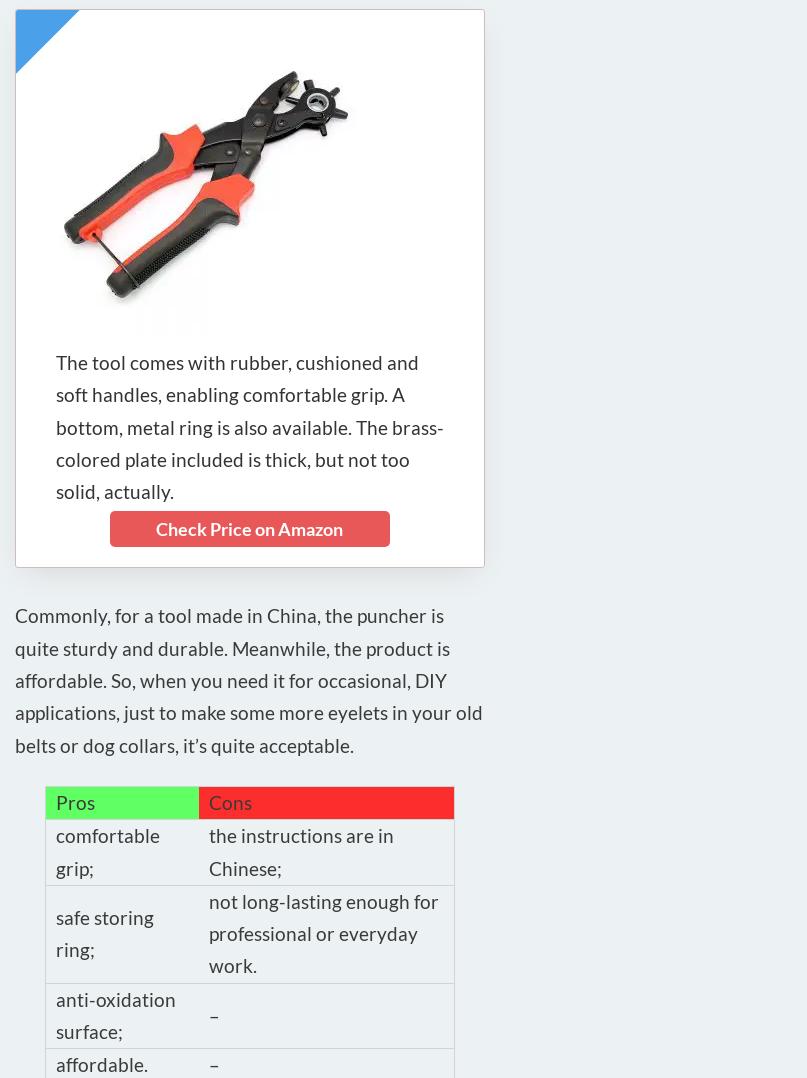 The width and height of the screenshot is (807, 1078). What do you see at coordinates (103, 932) in the screenshot?
I see `'safe storing ring;'` at bounding box center [103, 932].